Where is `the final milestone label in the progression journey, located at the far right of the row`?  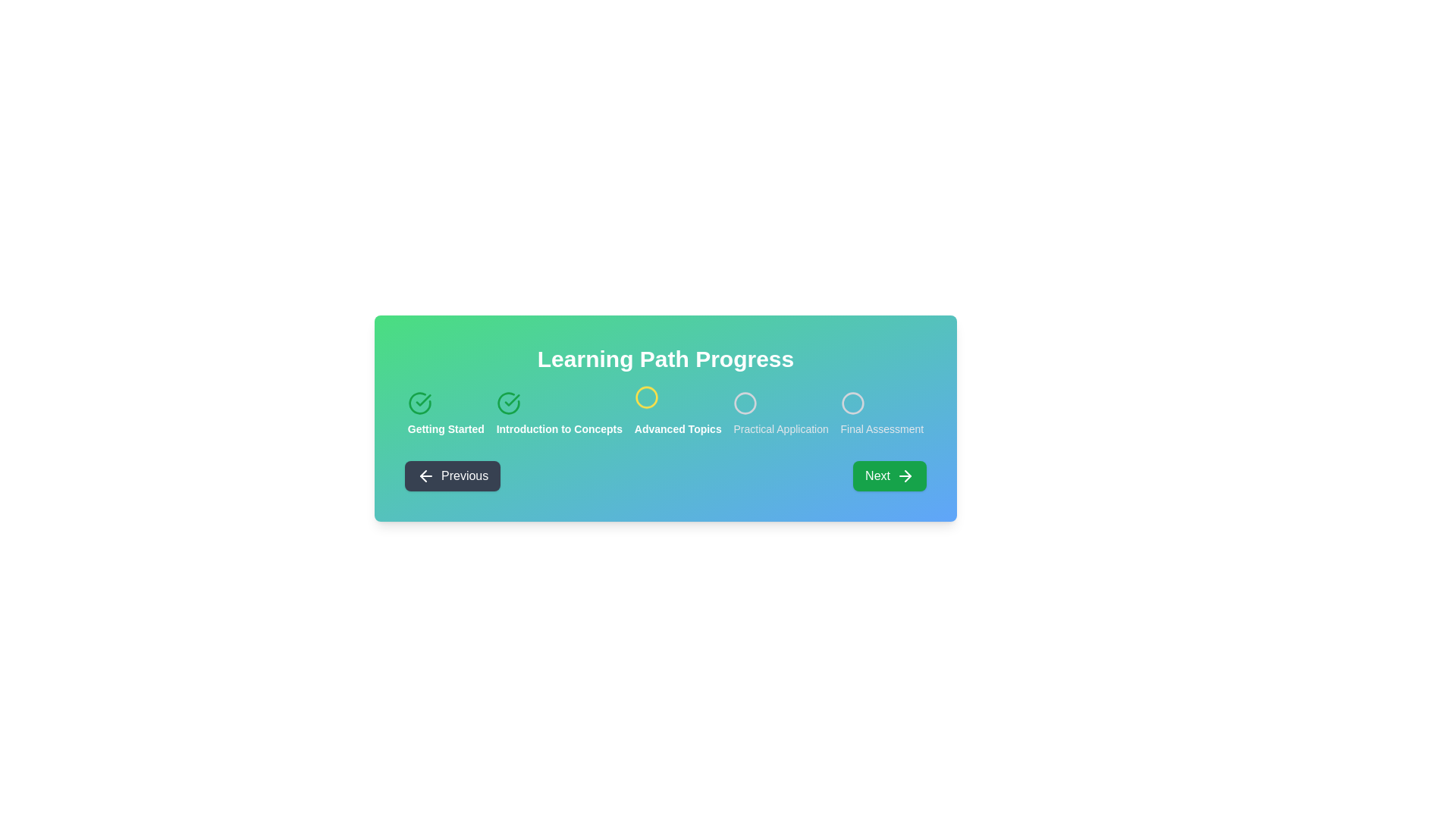 the final milestone label in the progression journey, located at the far right of the row is located at coordinates (882, 429).